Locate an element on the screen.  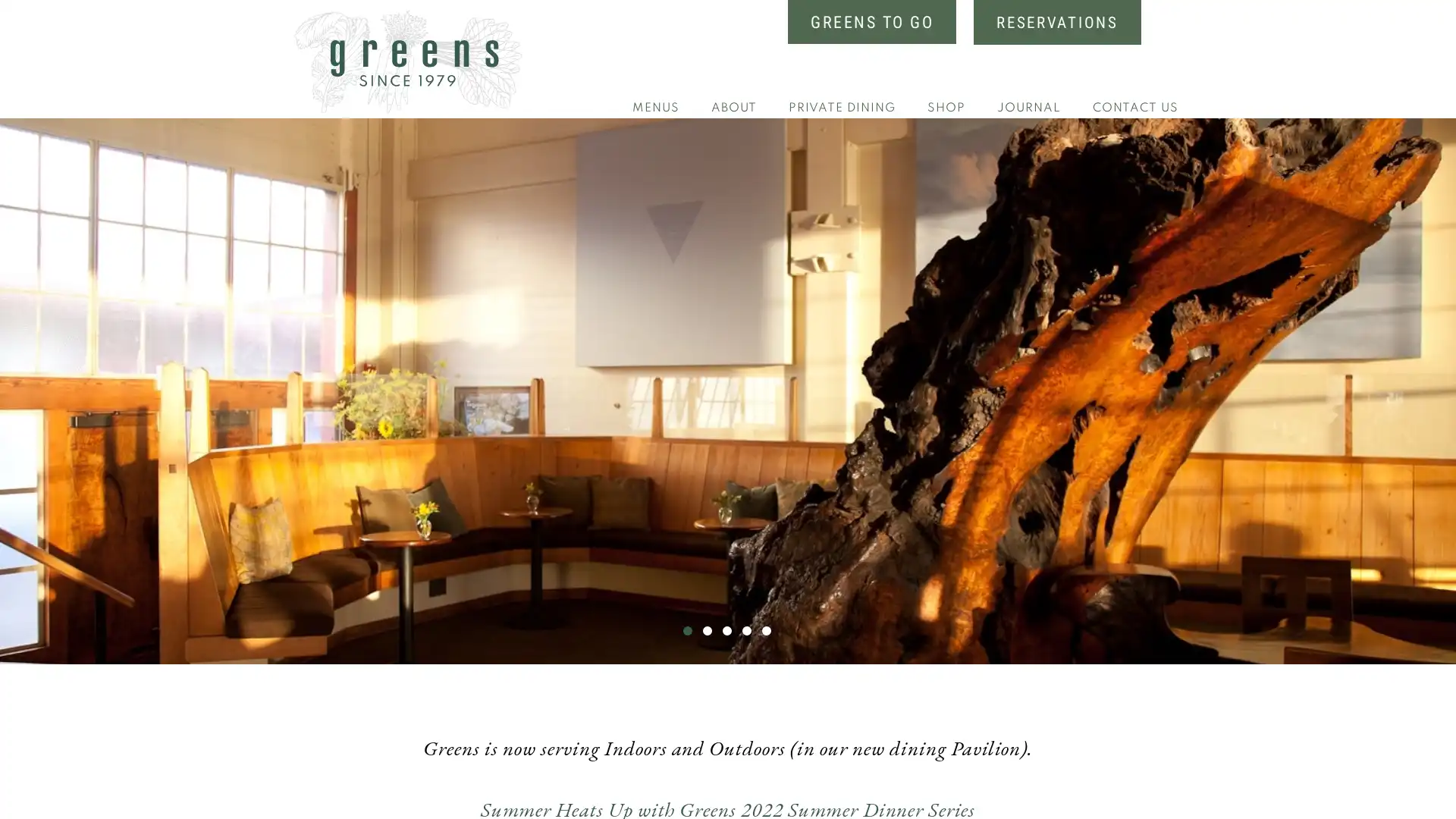
Go to slide 3 is located at coordinates (726, 629).